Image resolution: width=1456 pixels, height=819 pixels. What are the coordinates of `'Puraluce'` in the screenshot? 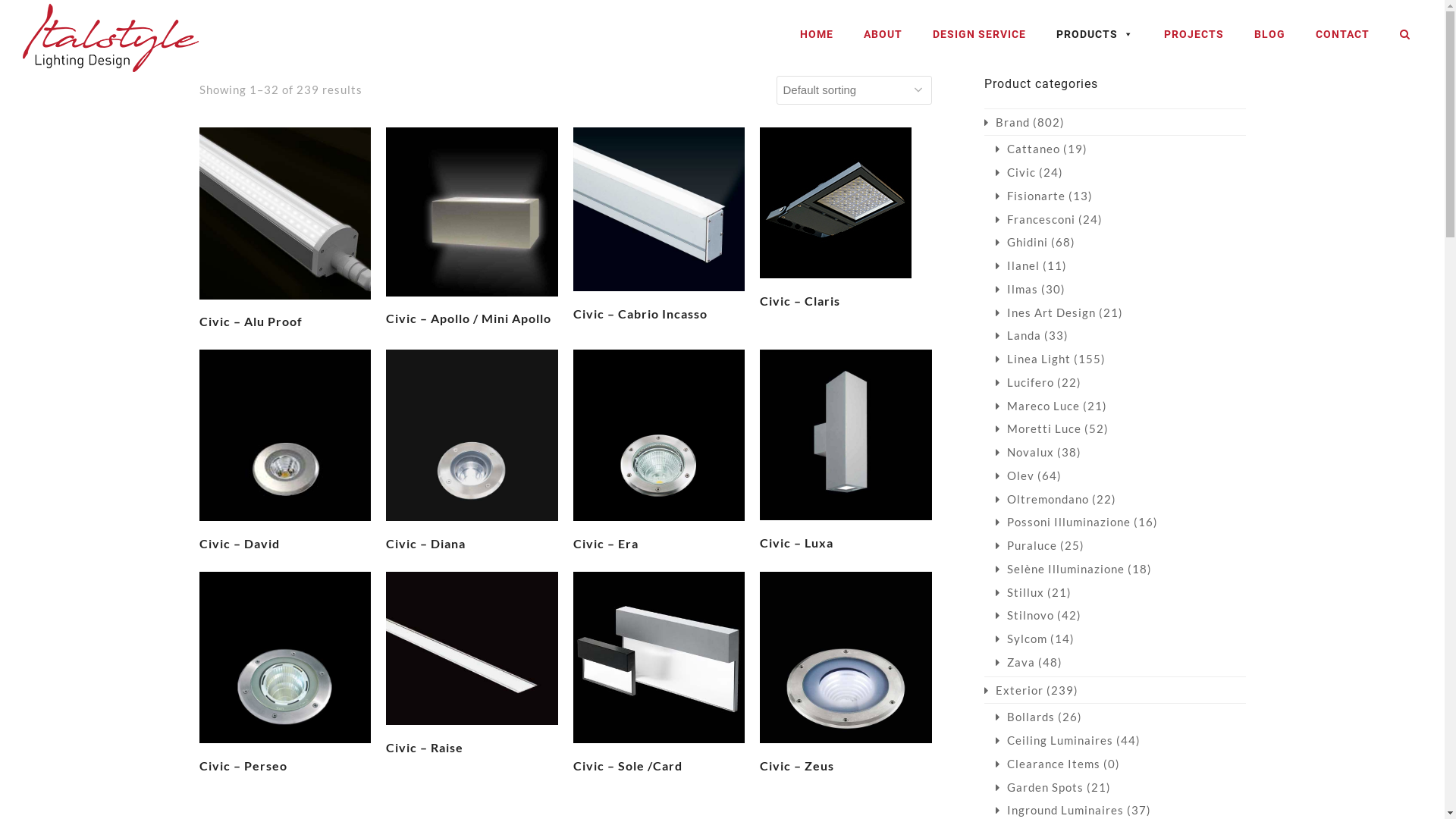 It's located at (1025, 544).